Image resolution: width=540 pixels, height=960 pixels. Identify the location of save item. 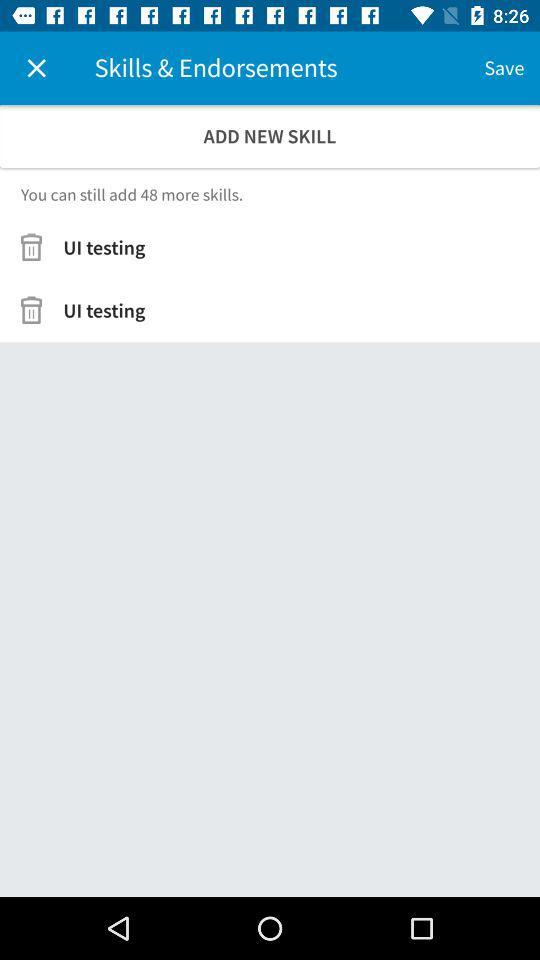
(503, 68).